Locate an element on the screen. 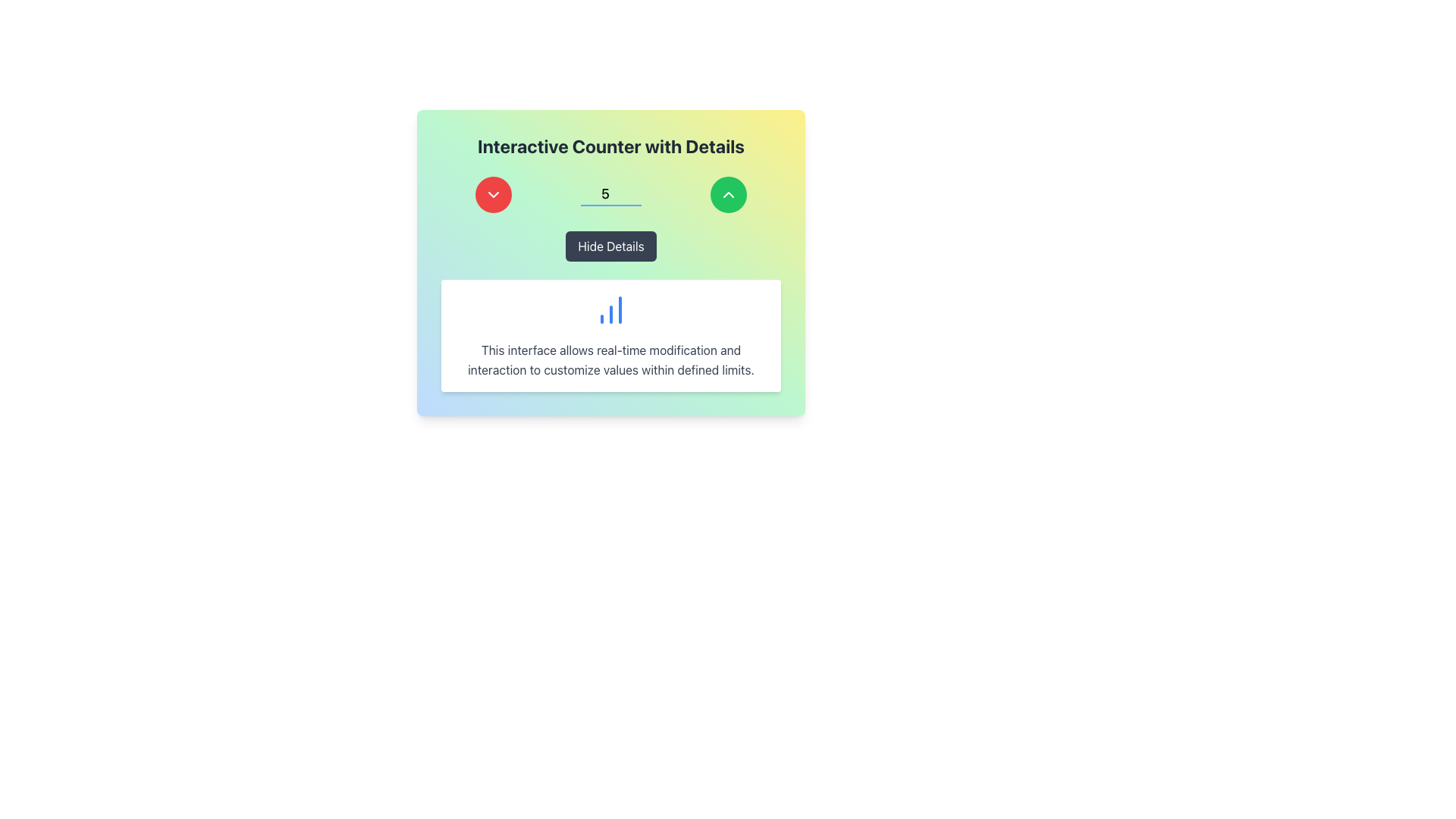  the upward-pointing chevron icon, which is a small white outline on a green circular button located at the top-right side of the interface is located at coordinates (728, 194).